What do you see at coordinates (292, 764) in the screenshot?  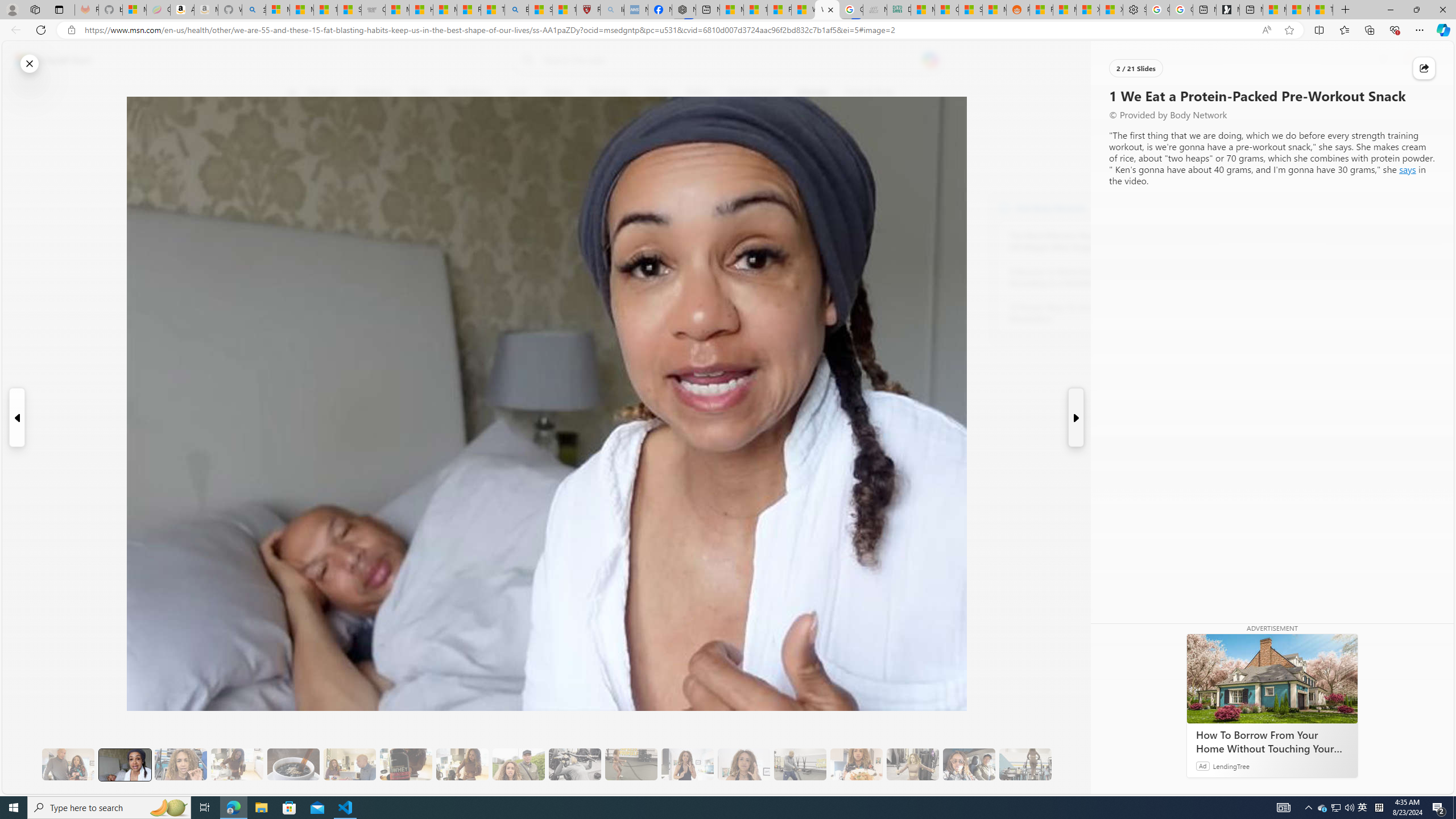 I see `'8 Be Mindful of Coffee'` at bounding box center [292, 764].